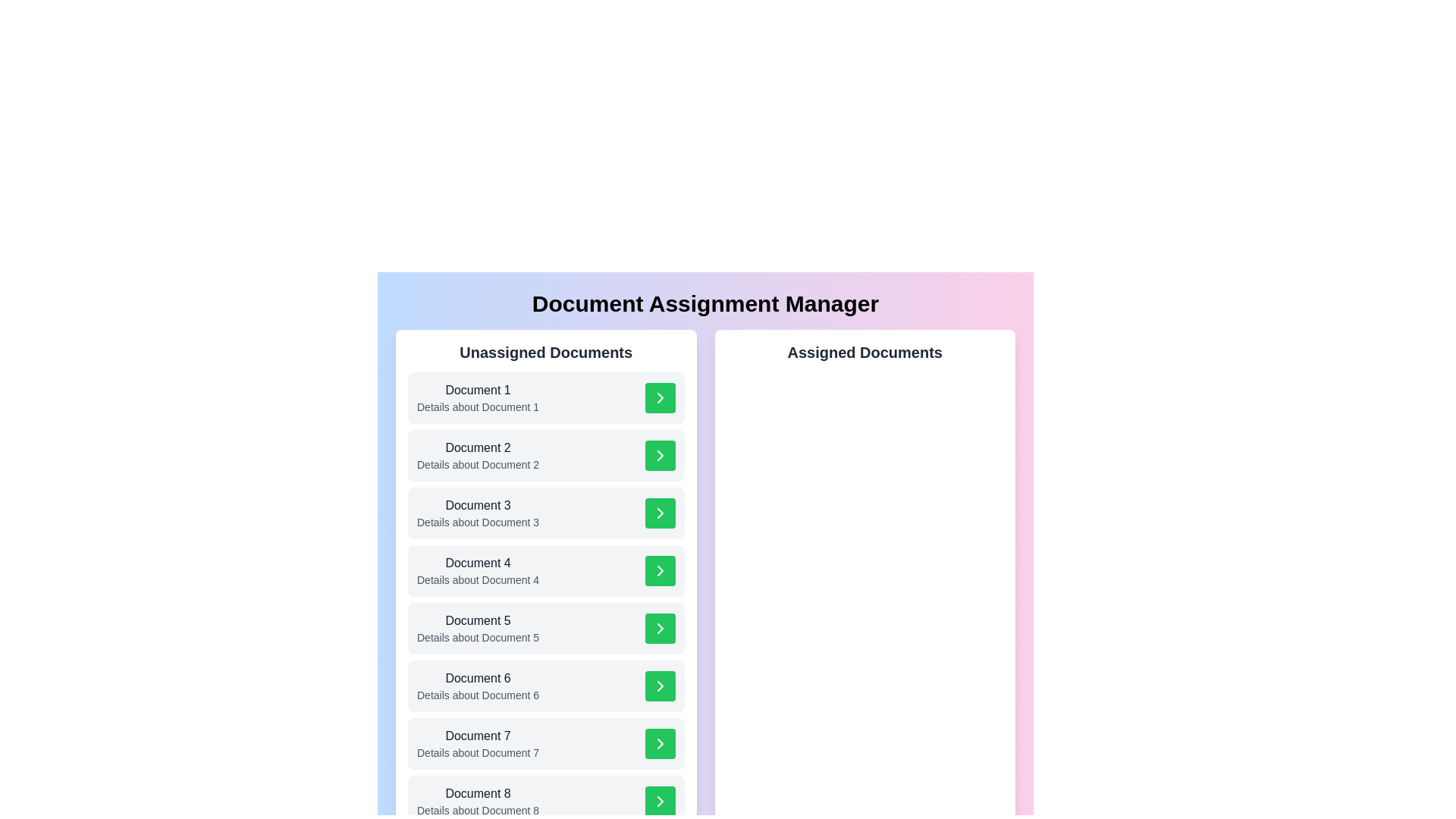  I want to click on the first list item titled 'Document 1' with a description 'Details about Document 1' in the 'Unassigned Documents' section, so click(546, 397).